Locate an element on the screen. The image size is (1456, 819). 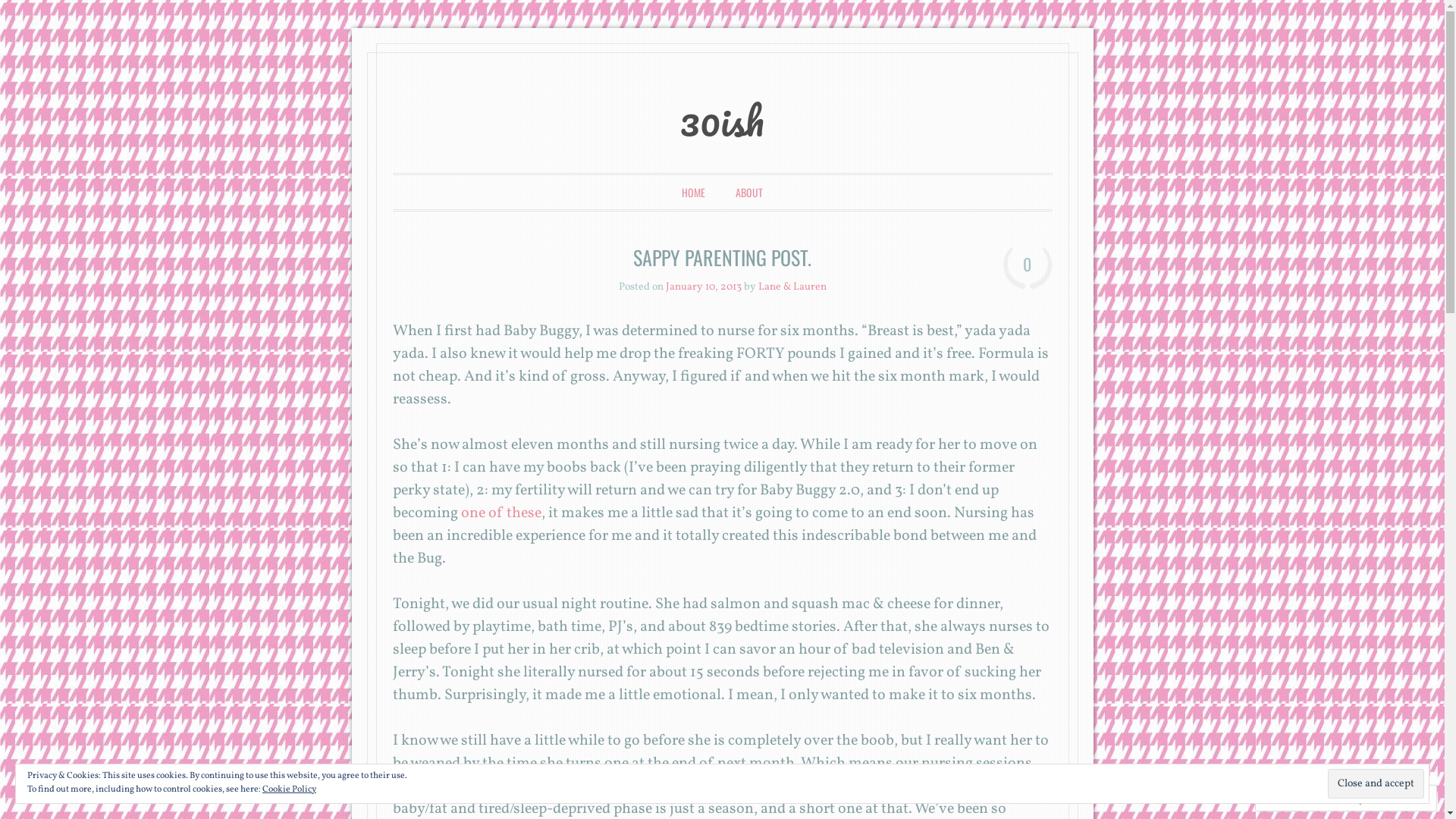
'Follow' is located at coordinates (1373, 797).